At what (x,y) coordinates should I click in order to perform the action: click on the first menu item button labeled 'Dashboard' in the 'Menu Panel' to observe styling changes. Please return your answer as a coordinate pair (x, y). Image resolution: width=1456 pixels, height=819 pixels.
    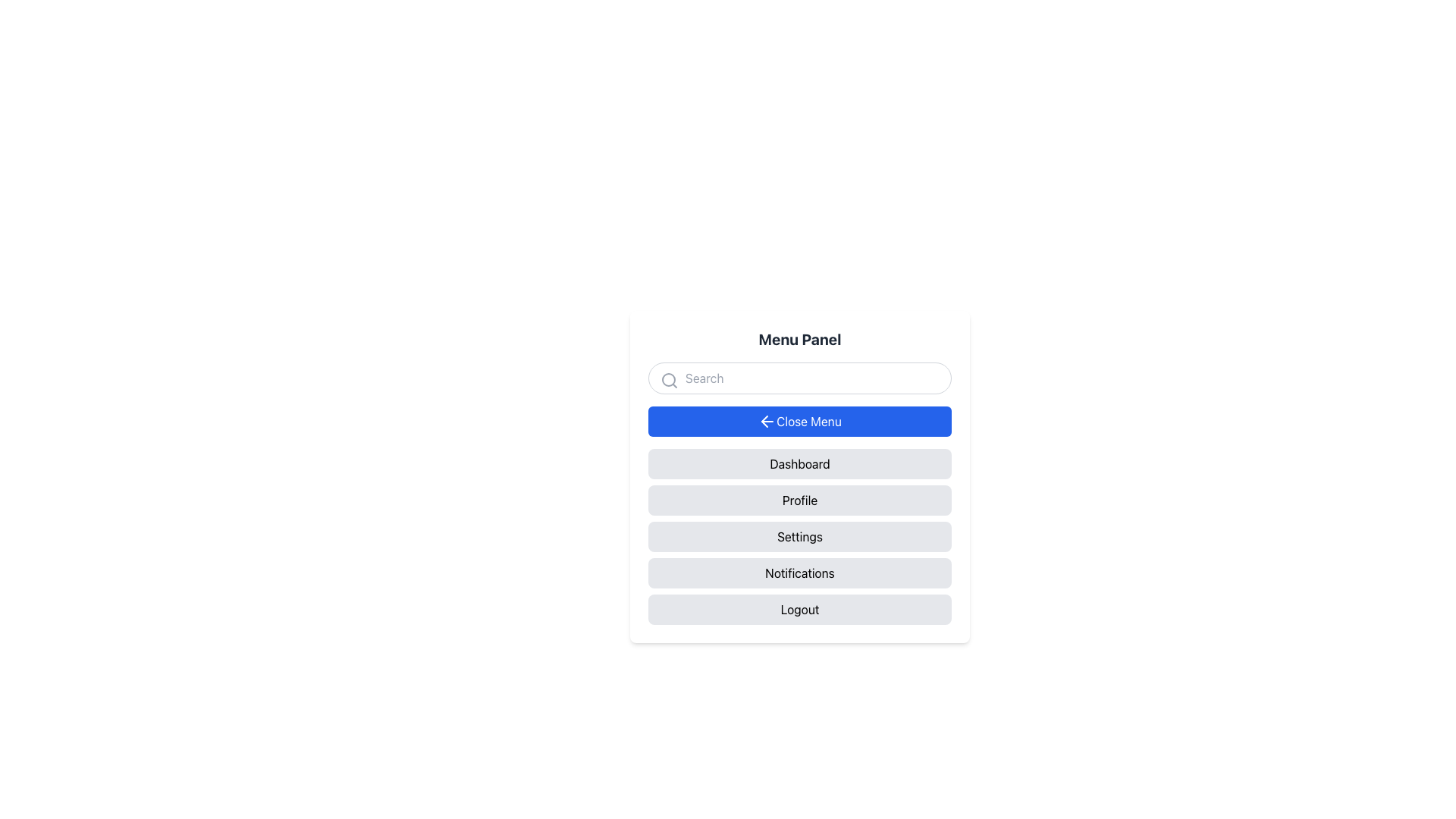
    Looking at the image, I should click on (799, 463).